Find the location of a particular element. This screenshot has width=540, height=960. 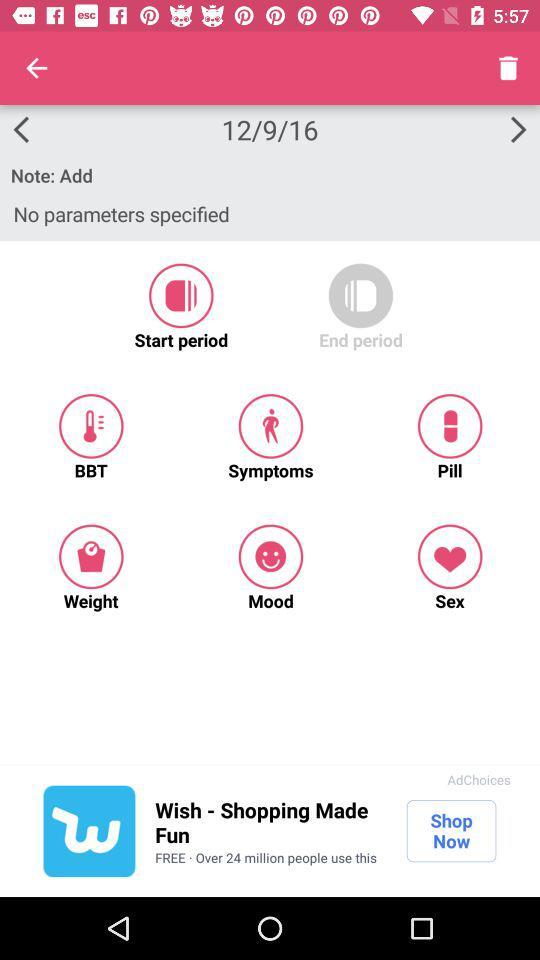

the app to the left of shop now app is located at coordinates (270, 822).